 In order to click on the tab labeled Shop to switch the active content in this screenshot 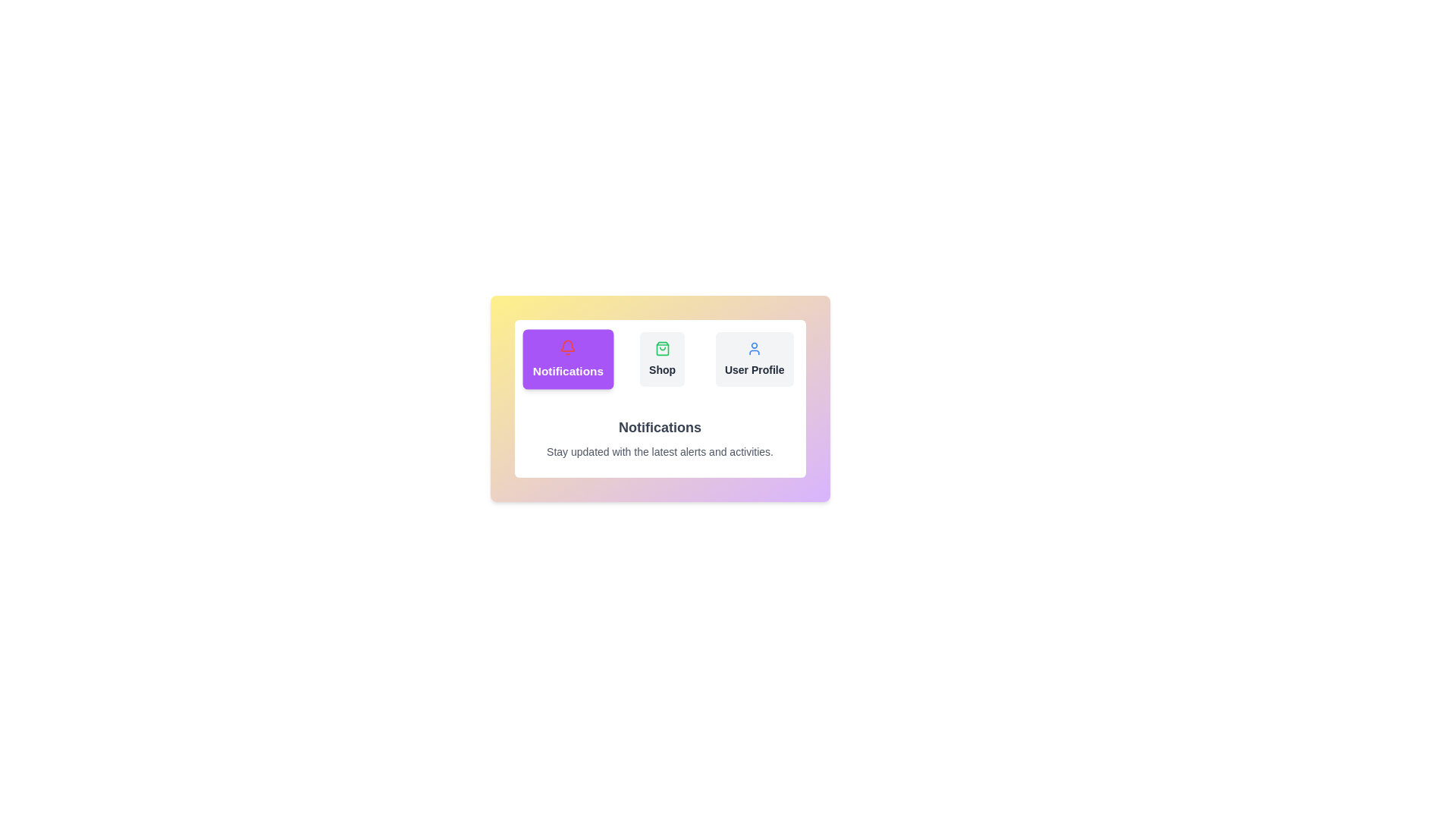, I will do `click(662, 359)`.